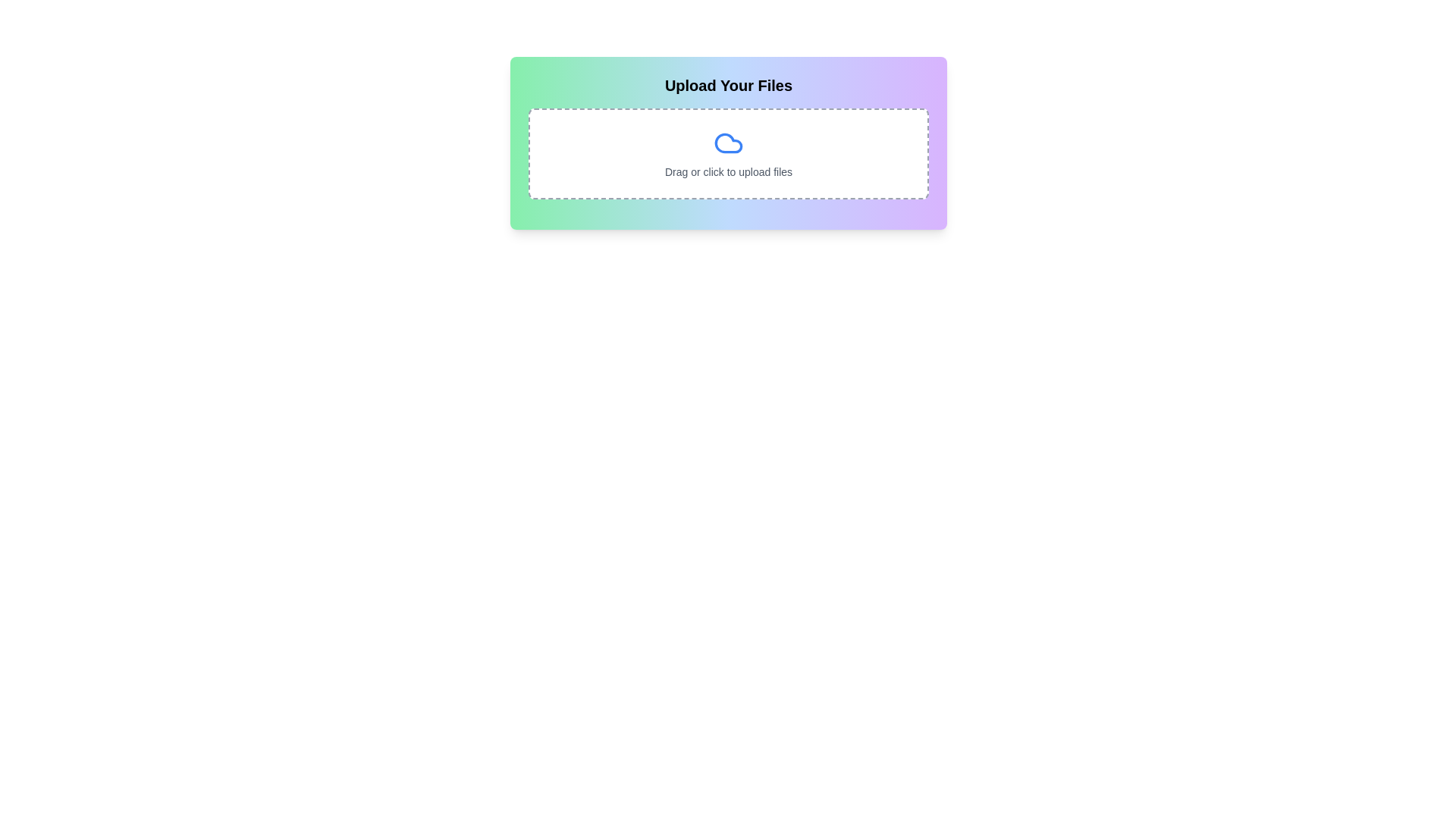 This screenshot has width=1456, height=819. Describe the element at coordinates (728, 143) in the screenshot. I see `the cloud icon representing the file upload area, which is located above the text 'Drag or click to upload files.'` at that location.